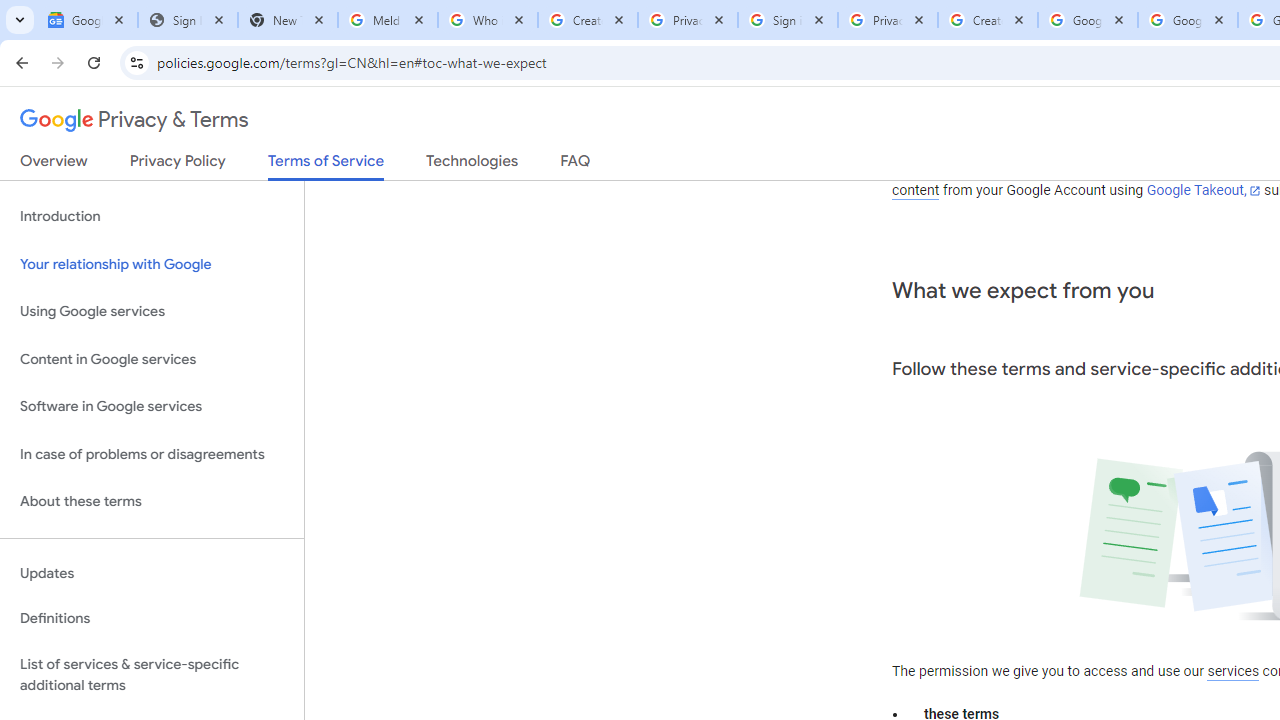  Describe the element at coordinates (151, 501) in the screenshot. I see `'About these terms'` at that location.